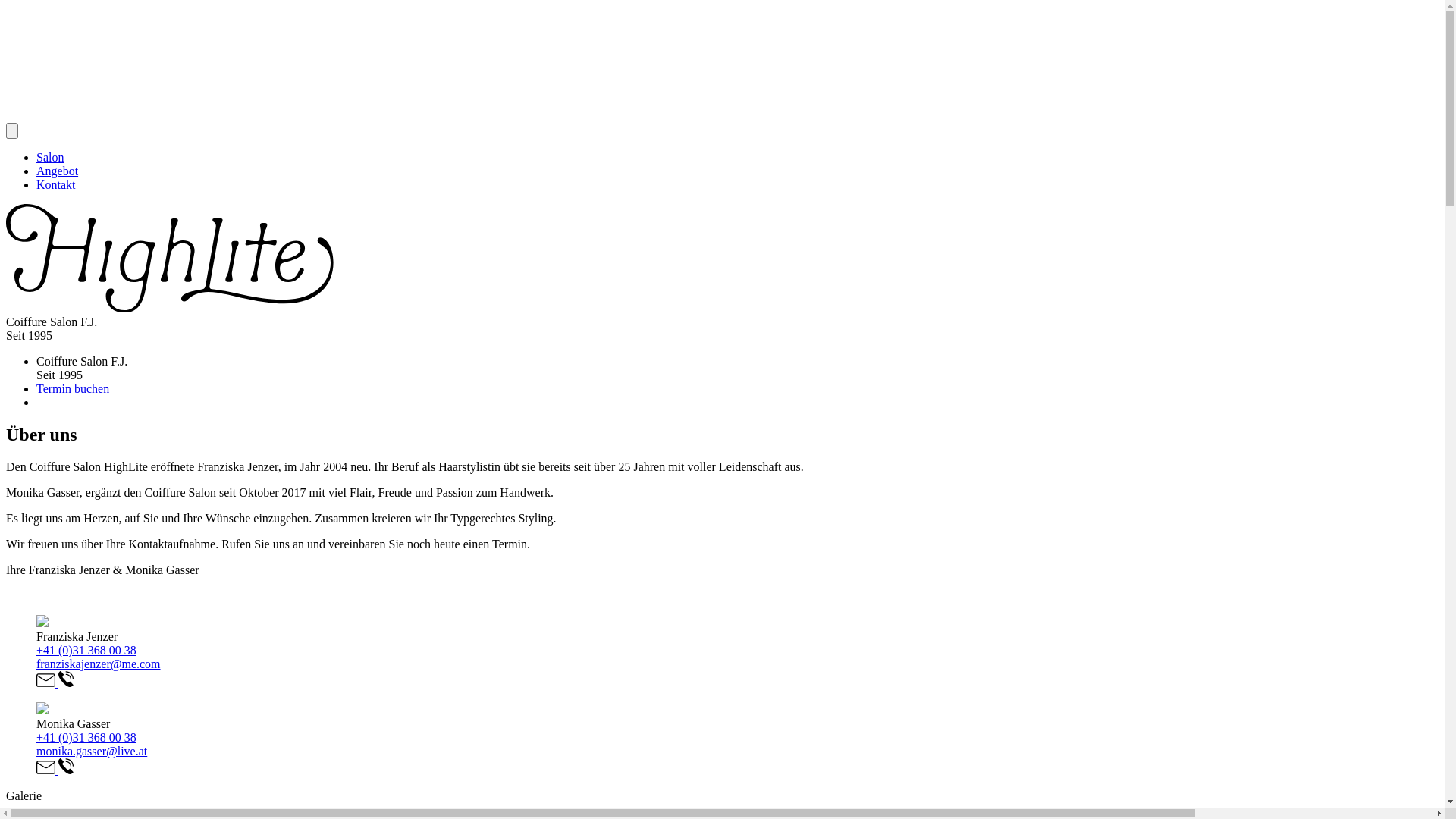 The height and width of the screenshot is (819, 1456). Describe the element at coordinates (47, 770) in the screenshot. I see `'E-Mail Monika Gasser'` at that location.